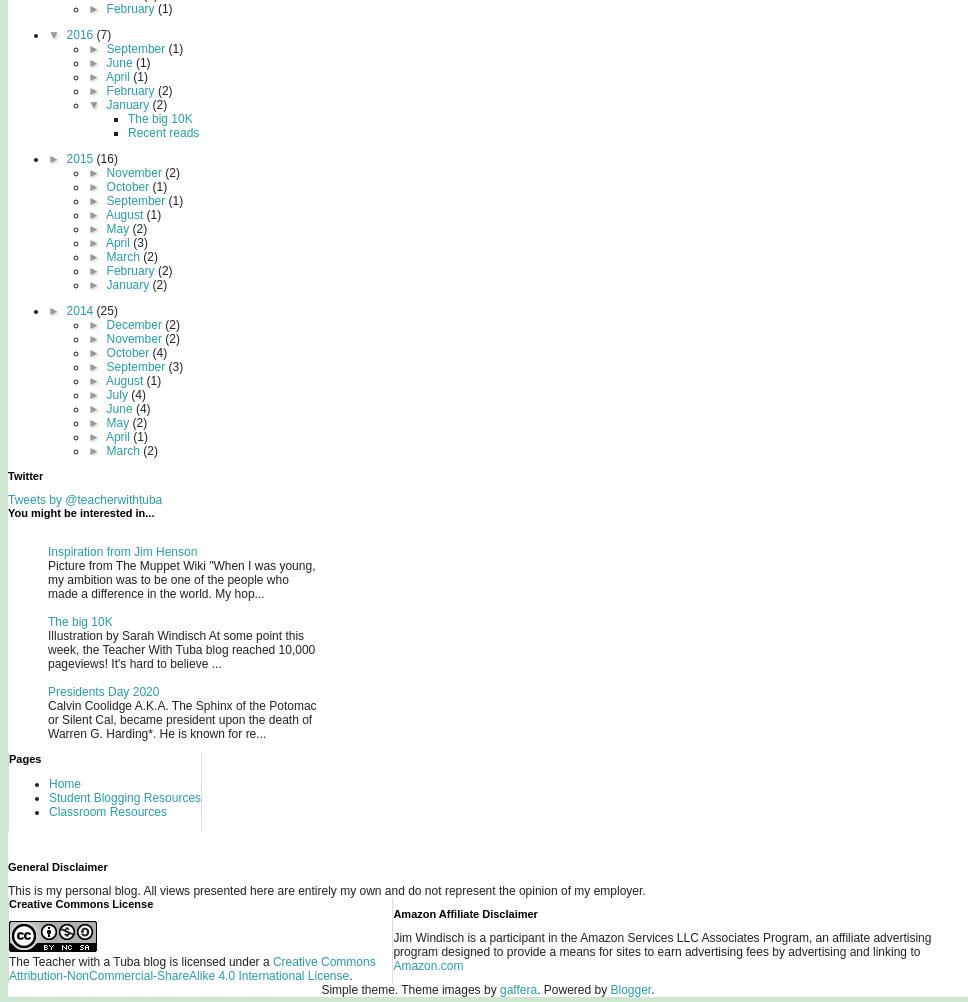  What do you see at coordinates (181, 578) in the screenshot?
I see `'Picture from The Muppet Wiki    "When I was young, my ambition was to be one of the people who made a difference in the world. My hop...'` at bounding box center [181, 578].